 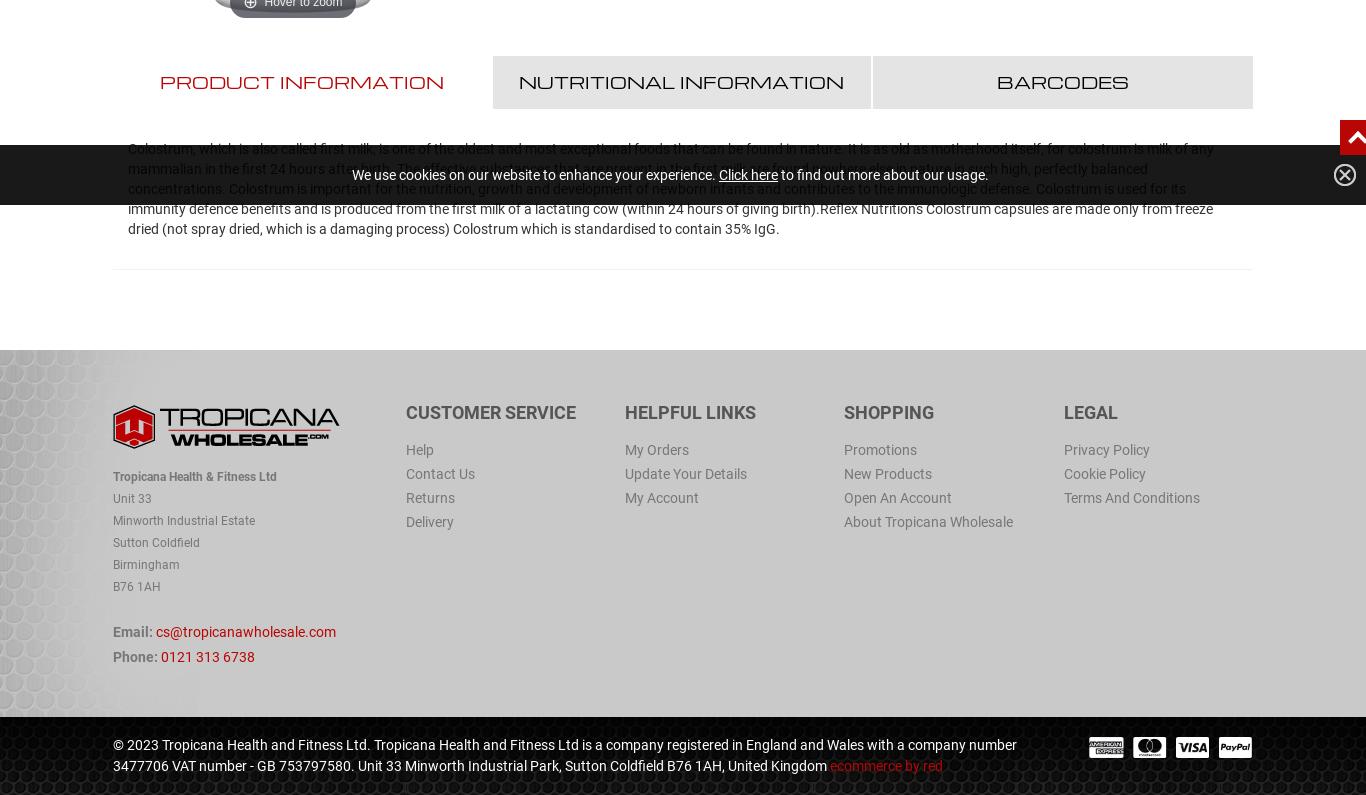 I want to click on 'Open An Account', so click(x=843, y=497).